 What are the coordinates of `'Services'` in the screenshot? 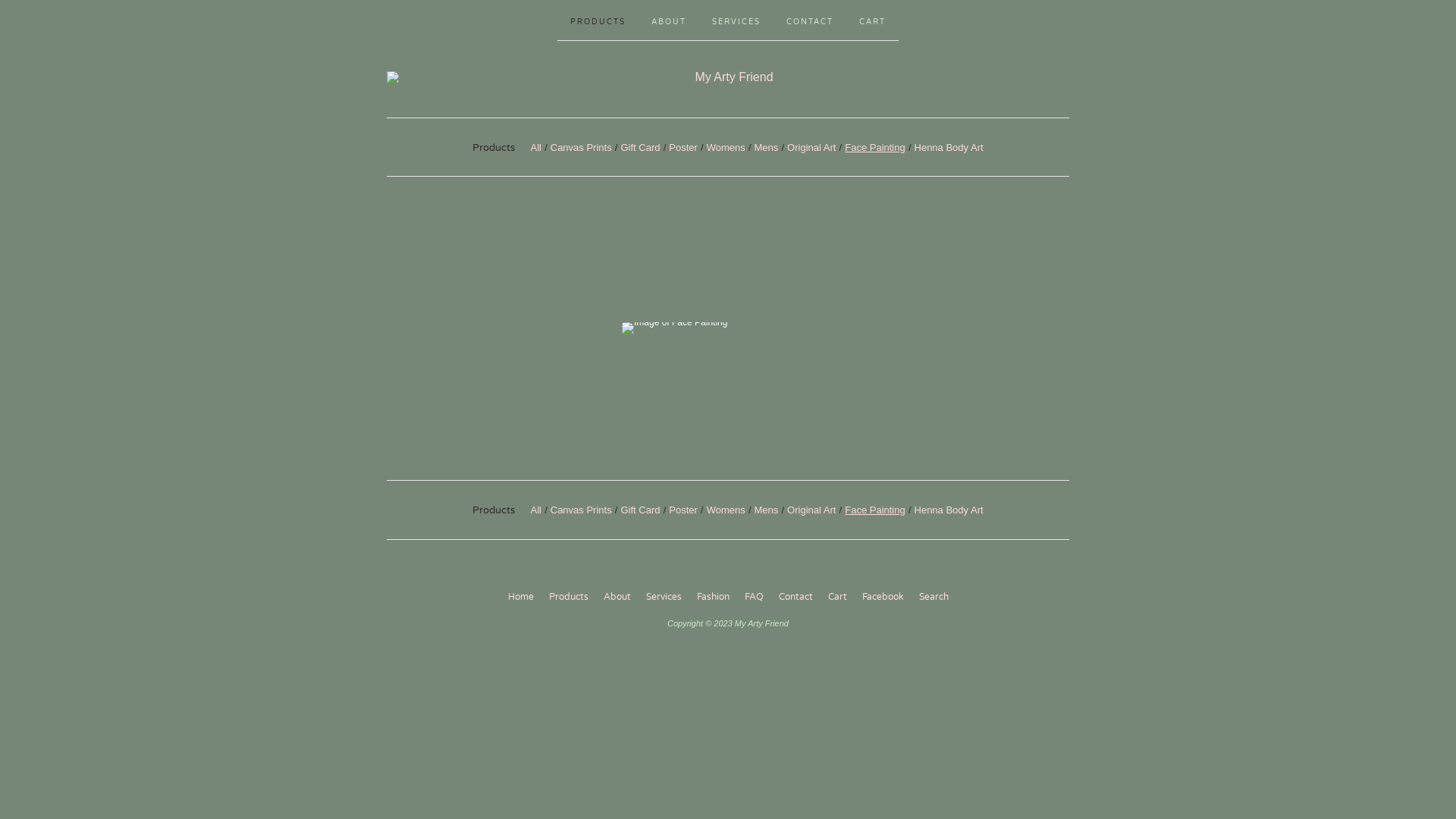 It's located at (664, 596).